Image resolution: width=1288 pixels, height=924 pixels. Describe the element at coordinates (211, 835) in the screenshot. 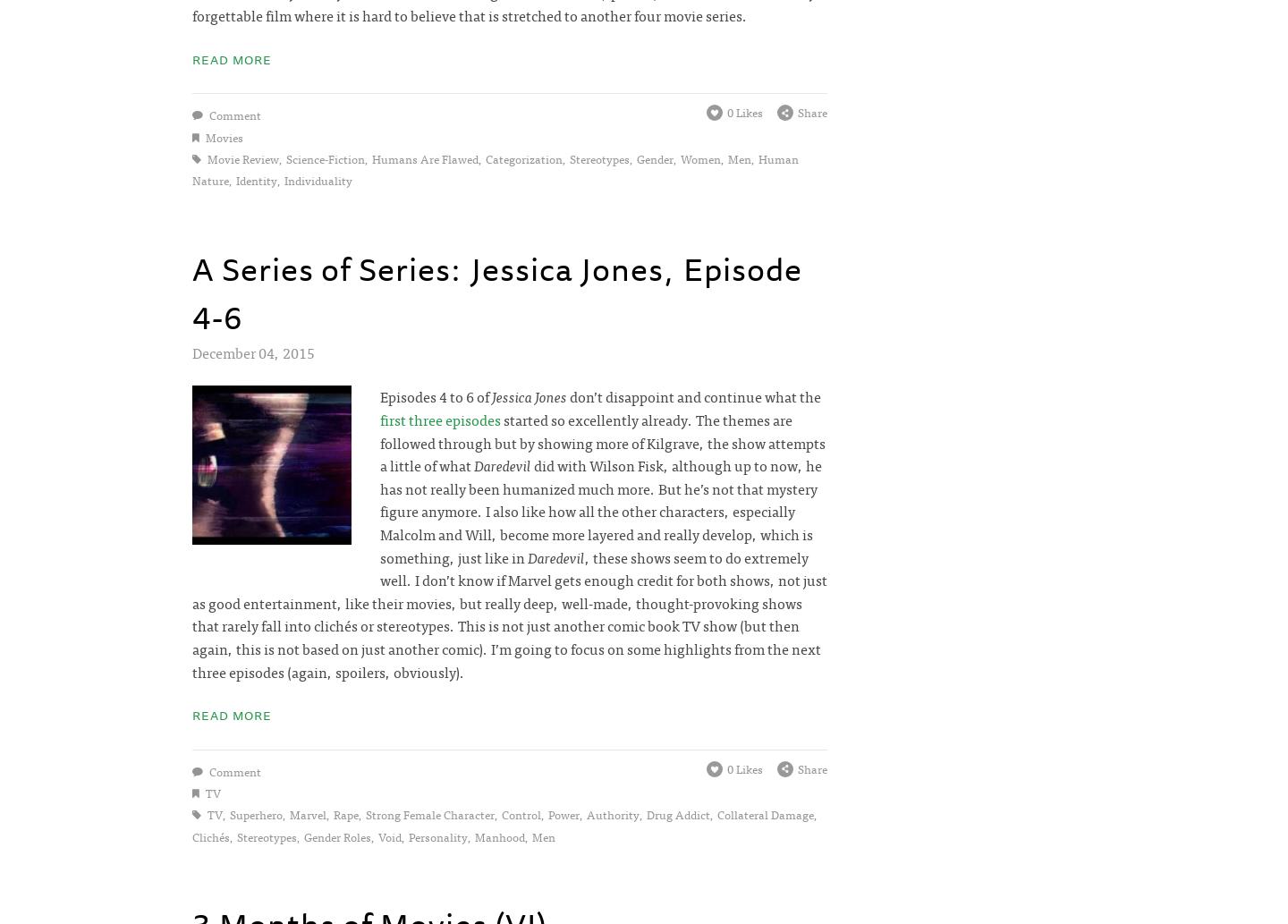

I see `'clichés'` at that location.